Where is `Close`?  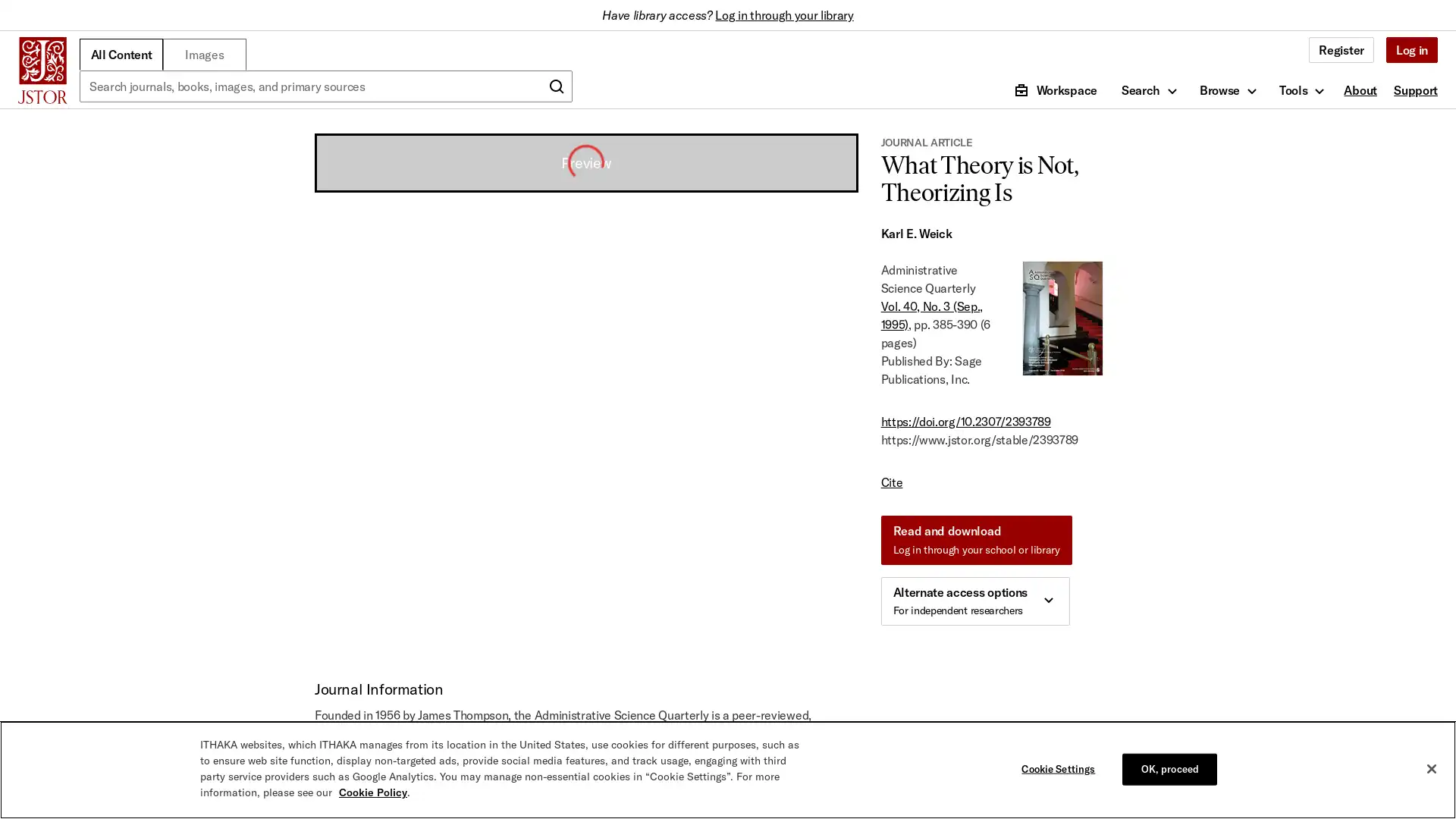
Close is located at coordinates (1430, 769).